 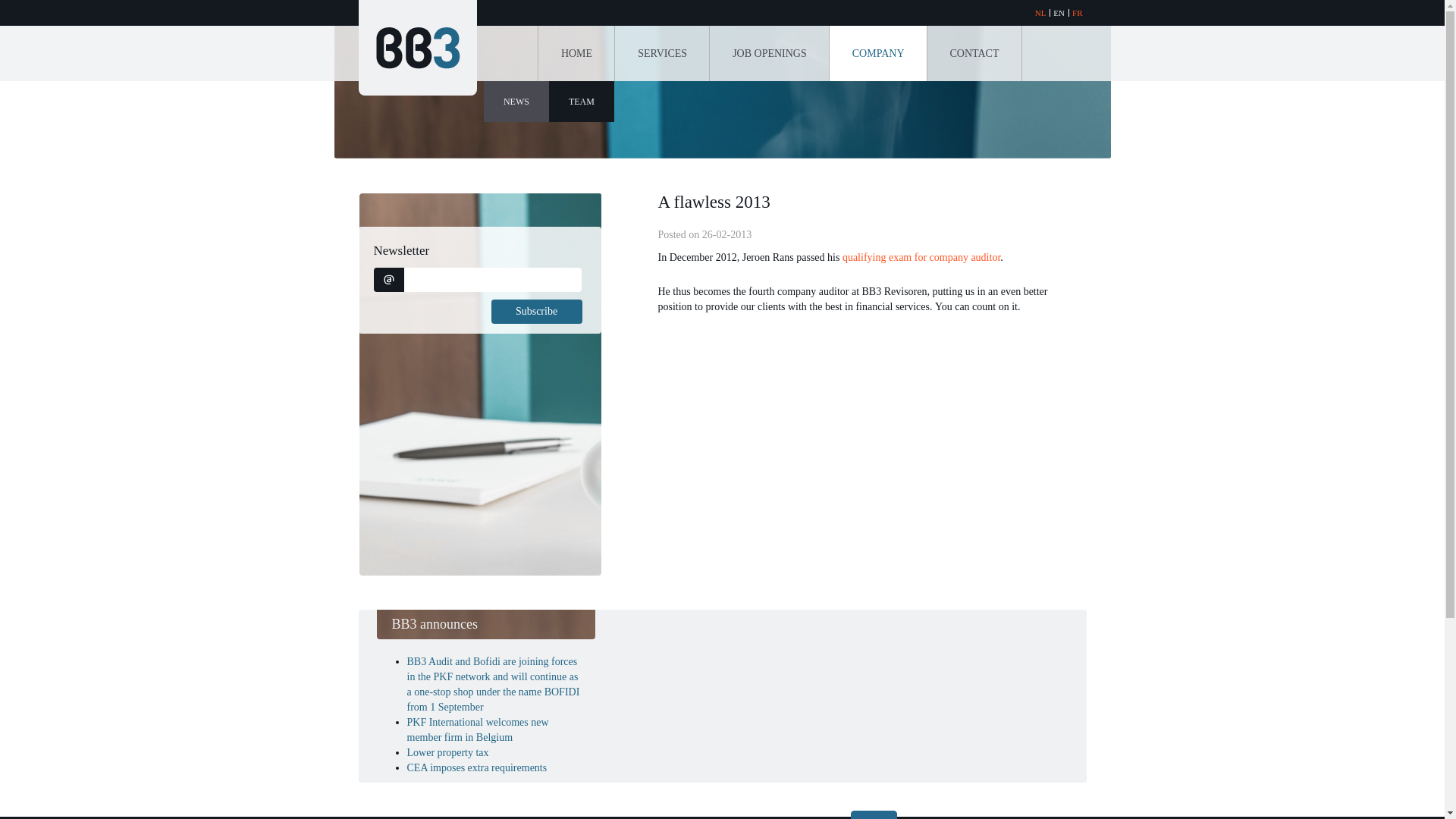 I want to click on 'FR', so click(x=1076, y=12).